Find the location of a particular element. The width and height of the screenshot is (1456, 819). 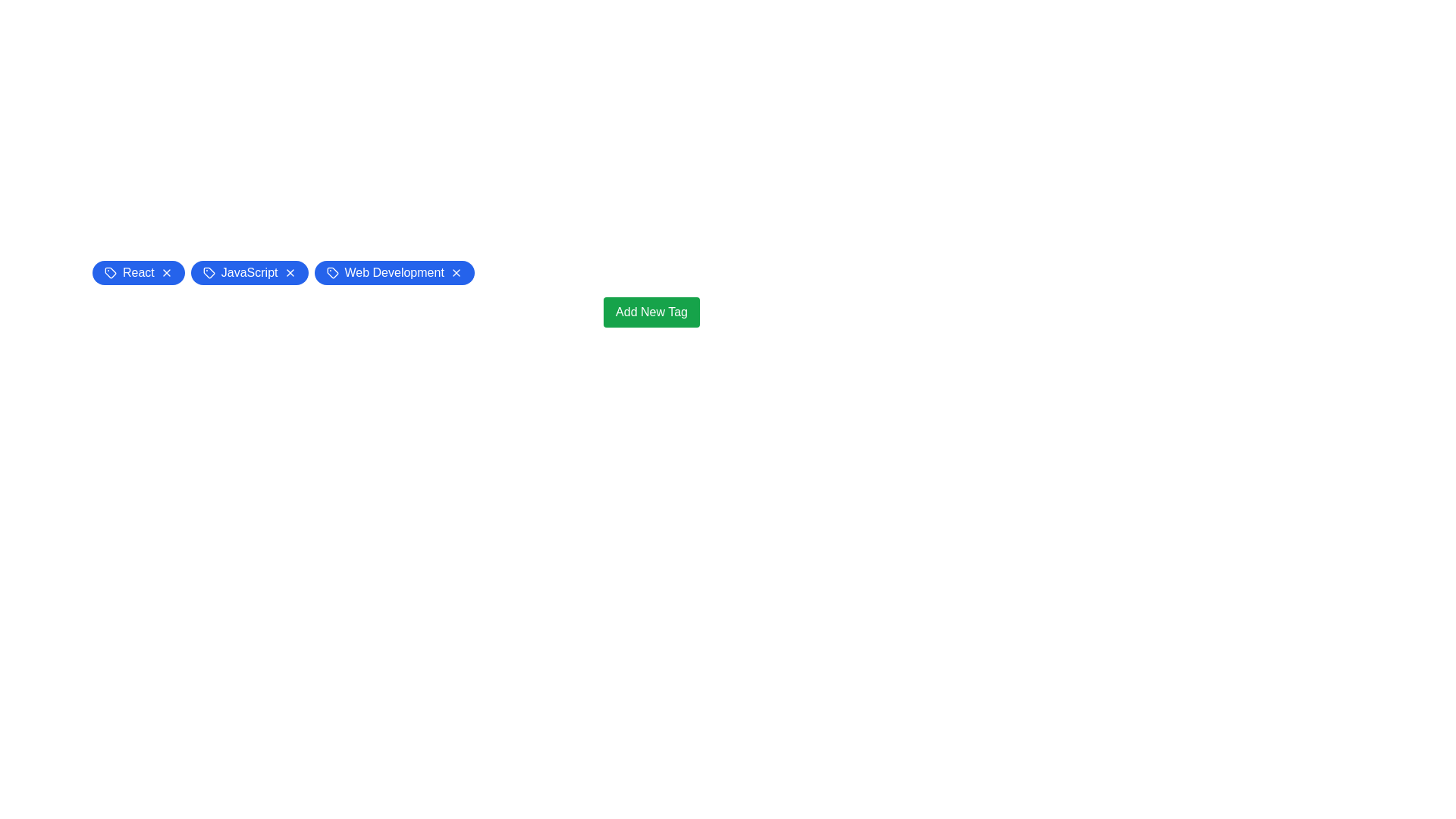

the close button of the tag labeled 'JavaScript' to remove it is located at coordinates (290, 271).